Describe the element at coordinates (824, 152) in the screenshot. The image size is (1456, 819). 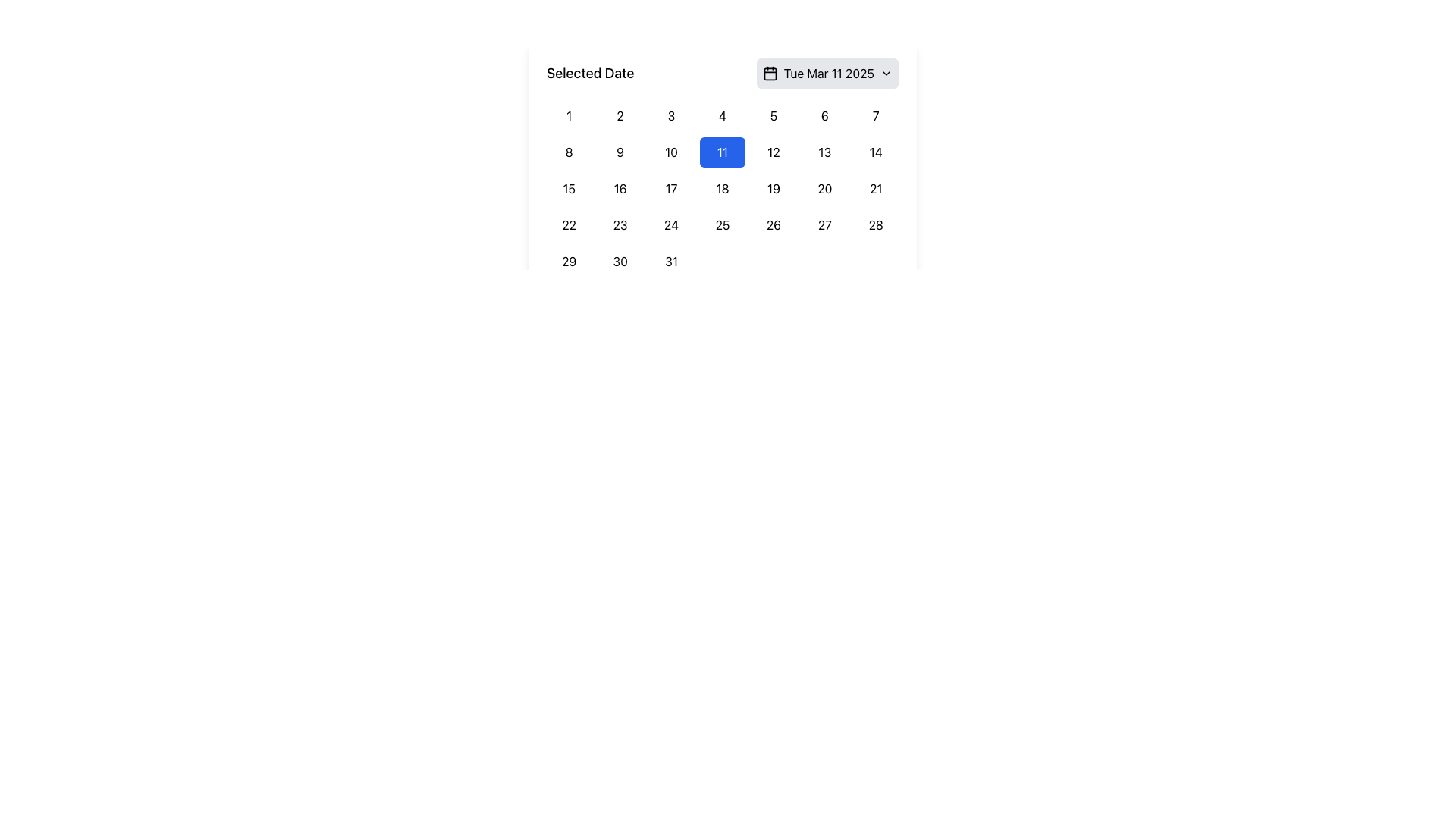
I see `the '13' day button in the calendar grid` at that location.